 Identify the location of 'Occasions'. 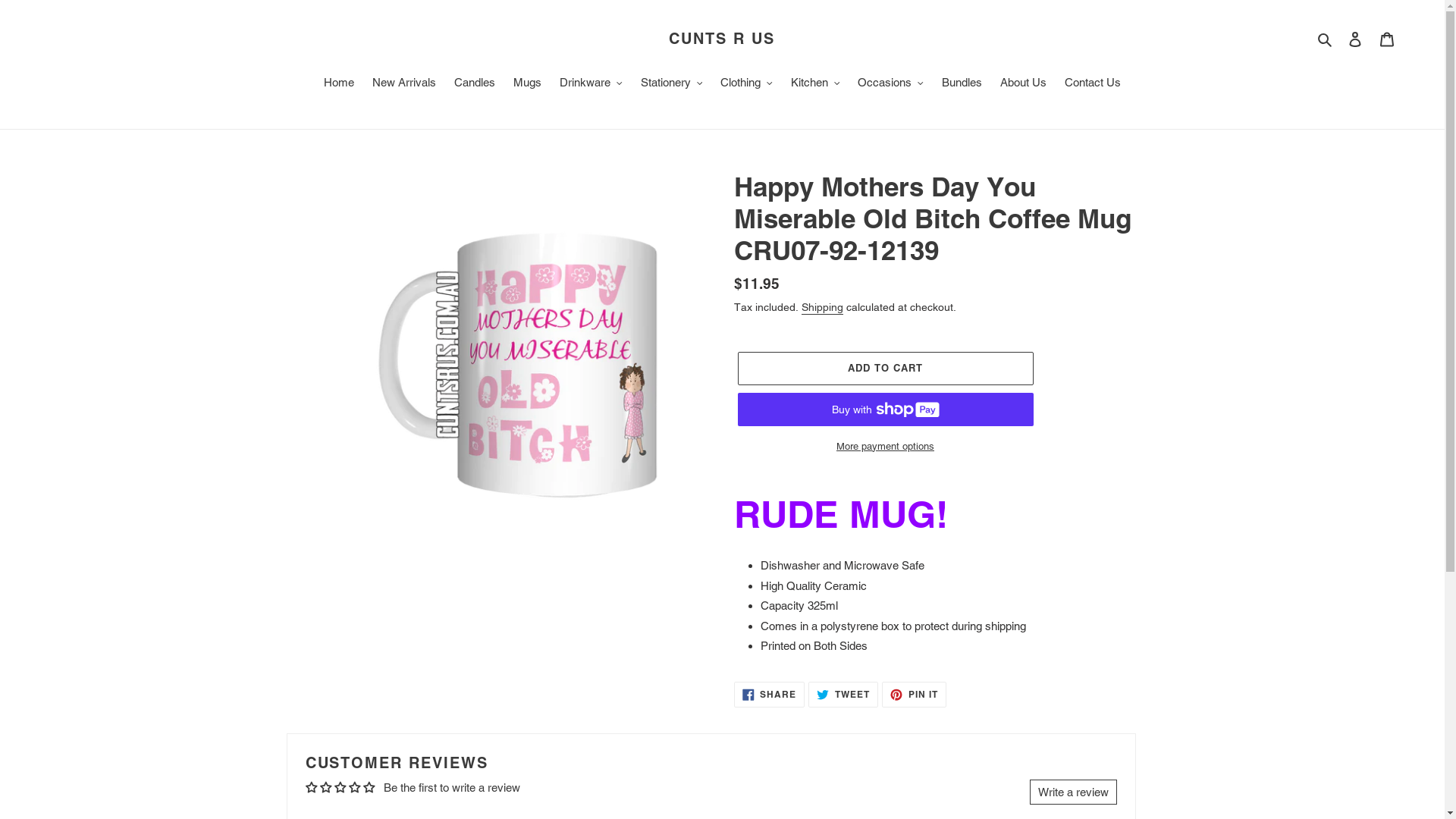
(890, 84).